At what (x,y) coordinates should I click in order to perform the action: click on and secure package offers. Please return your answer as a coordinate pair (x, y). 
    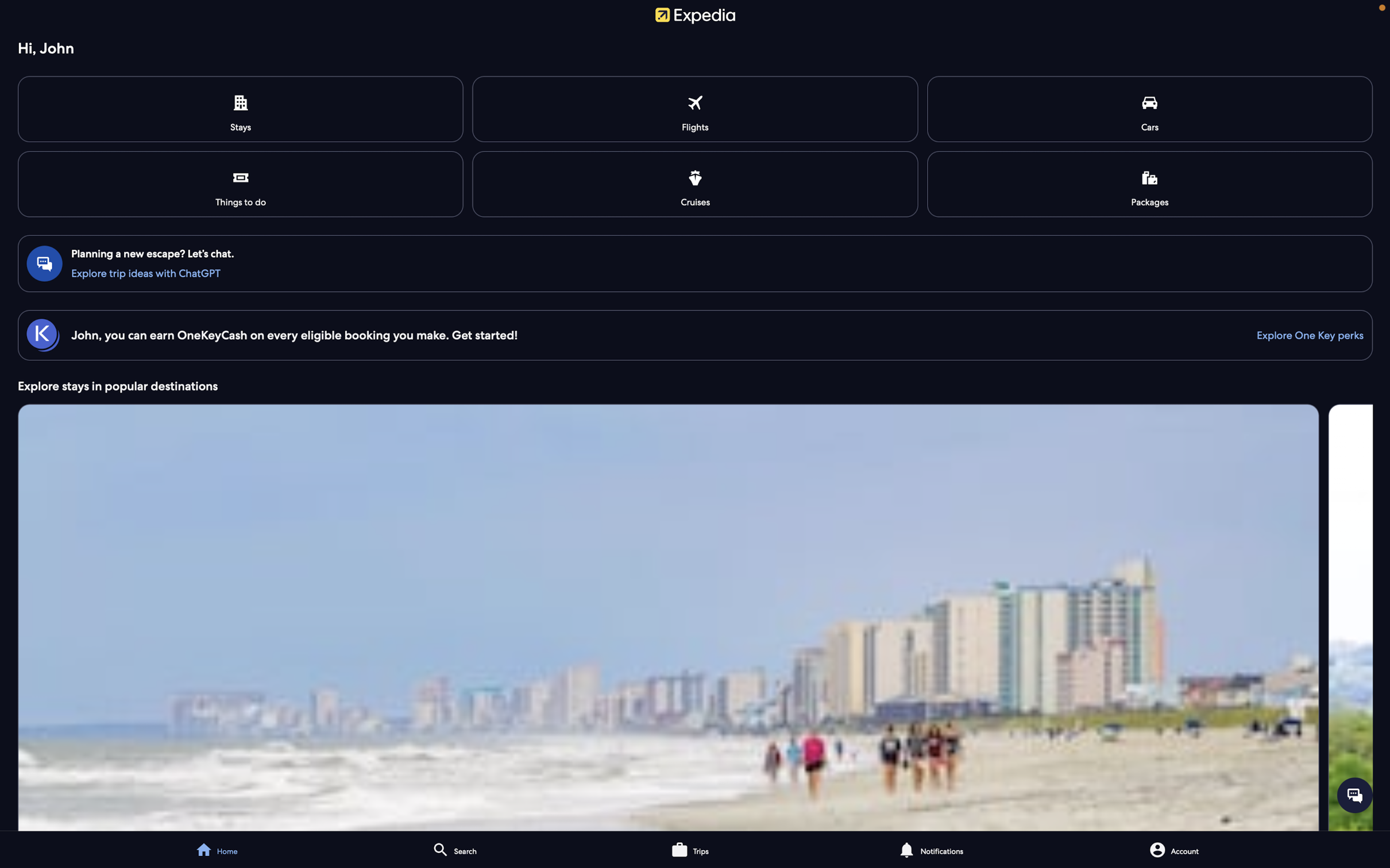
    Looking at the image, I should click on (1149, 183).